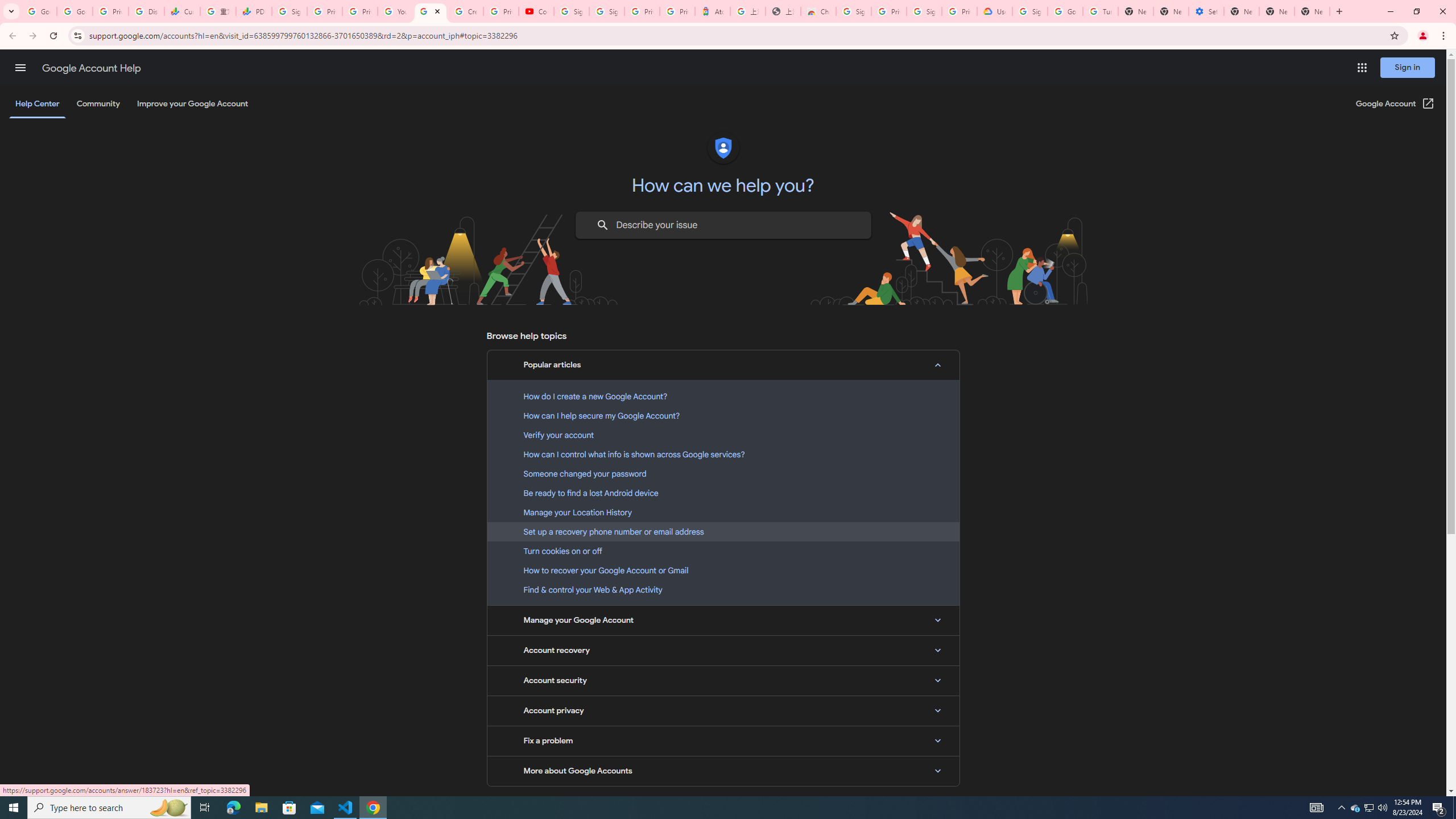  I want to click on 'New Tab', so click(1312, 11).